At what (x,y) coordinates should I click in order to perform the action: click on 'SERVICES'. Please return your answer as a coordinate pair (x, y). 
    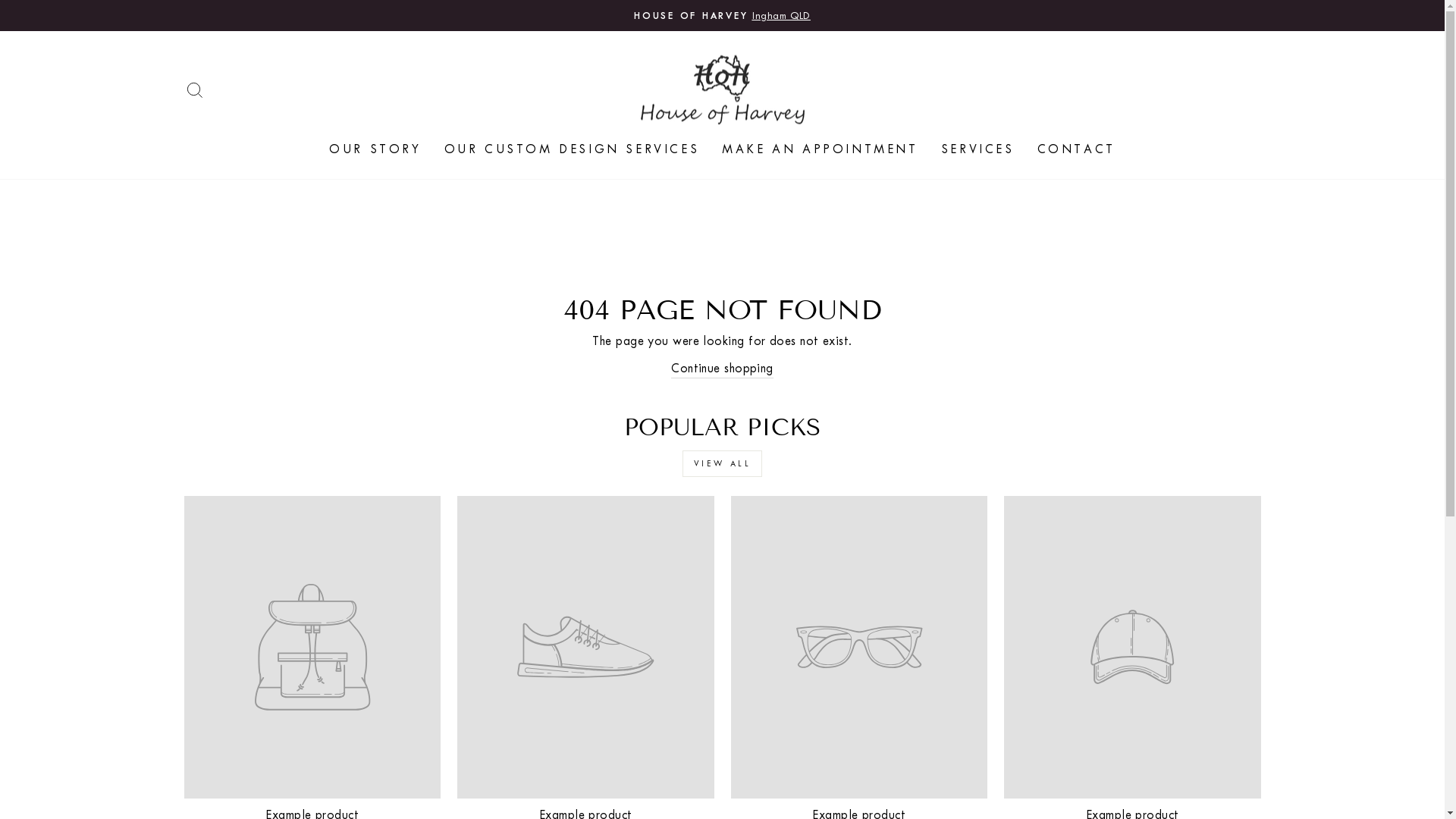
    Looking at the image, I should click on (977, 149).